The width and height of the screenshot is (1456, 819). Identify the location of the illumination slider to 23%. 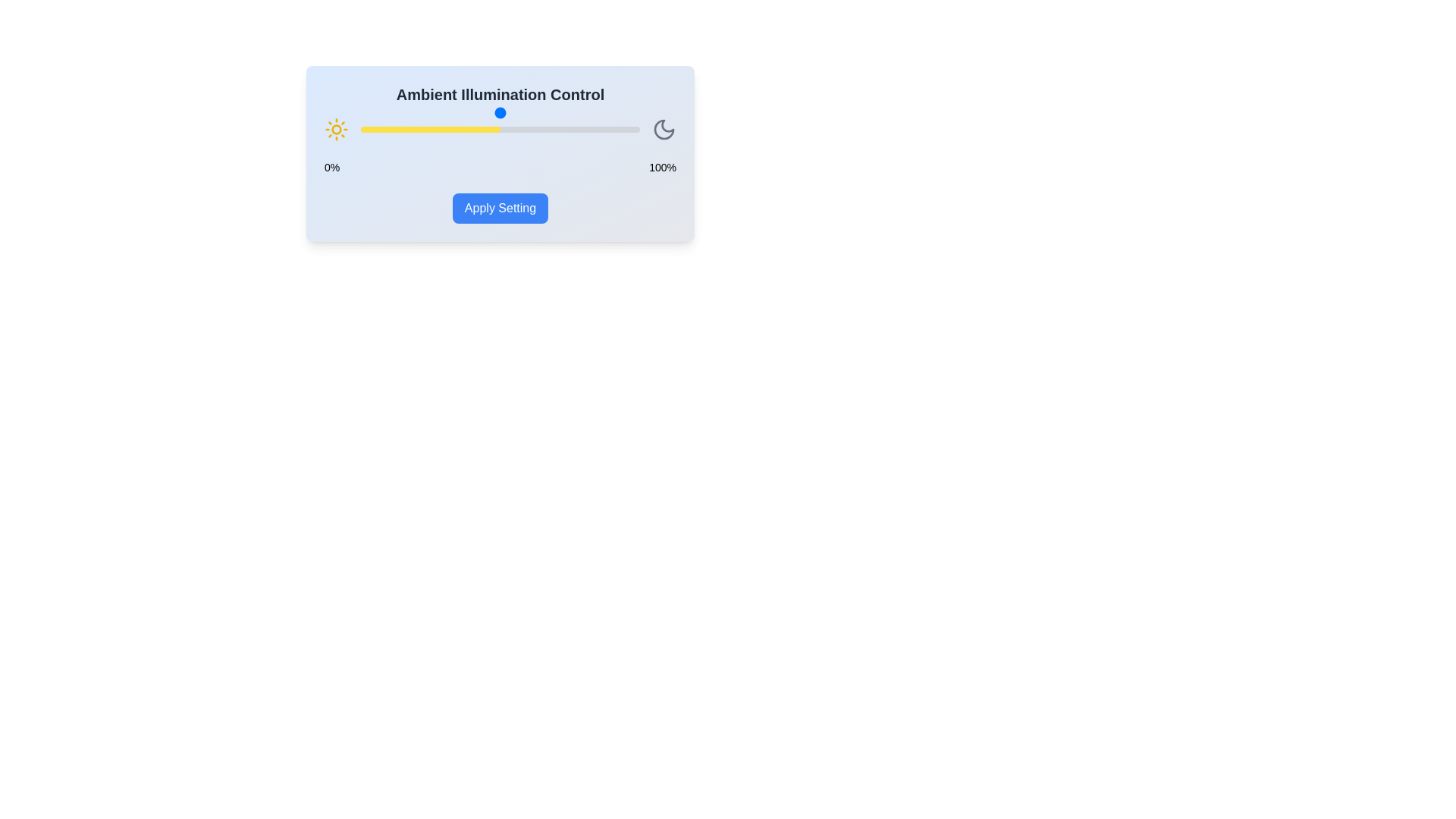
(425, 128).